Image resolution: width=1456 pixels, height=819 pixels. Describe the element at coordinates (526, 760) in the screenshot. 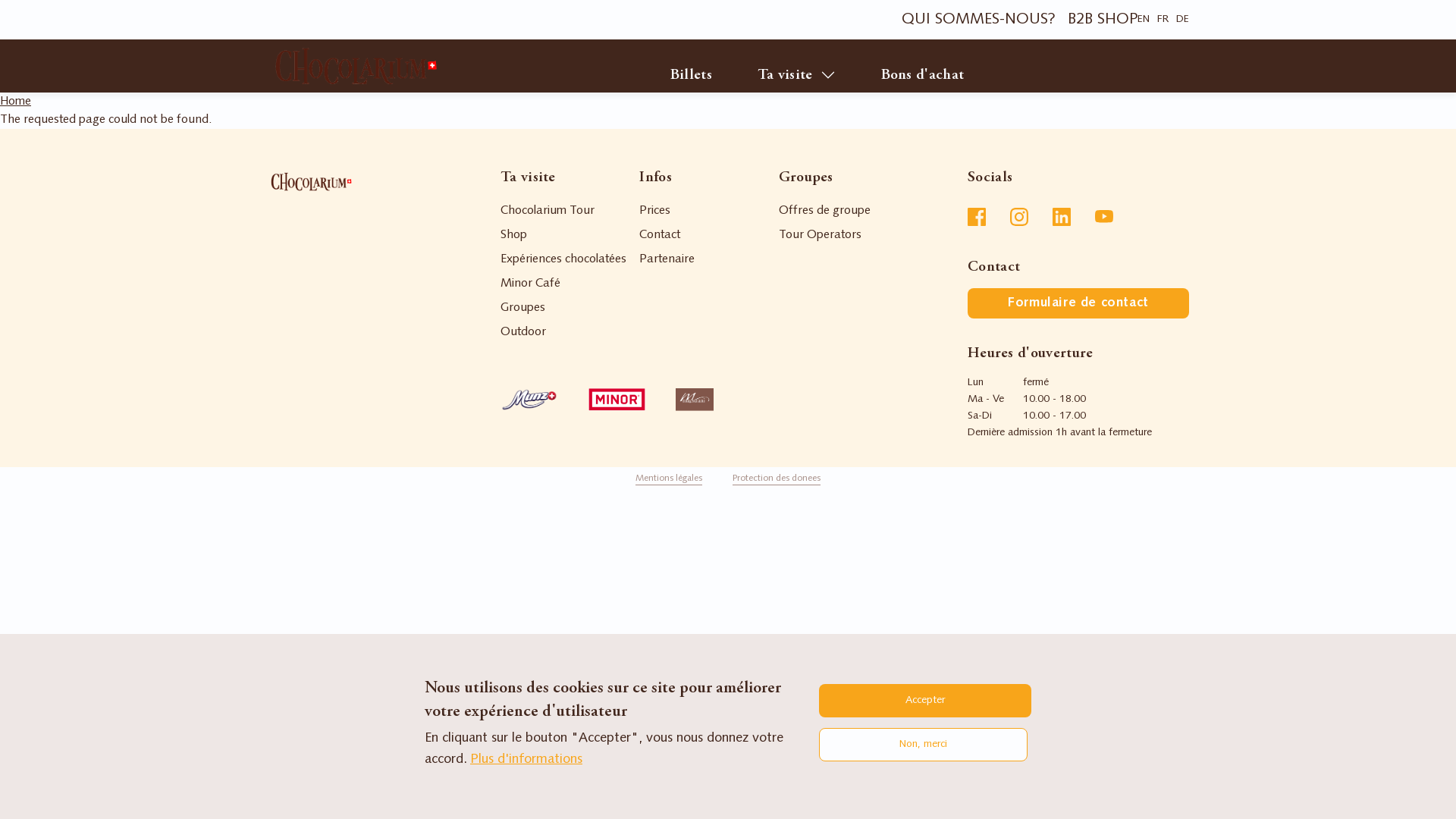

I see `'Plus d'informations'` at that location.